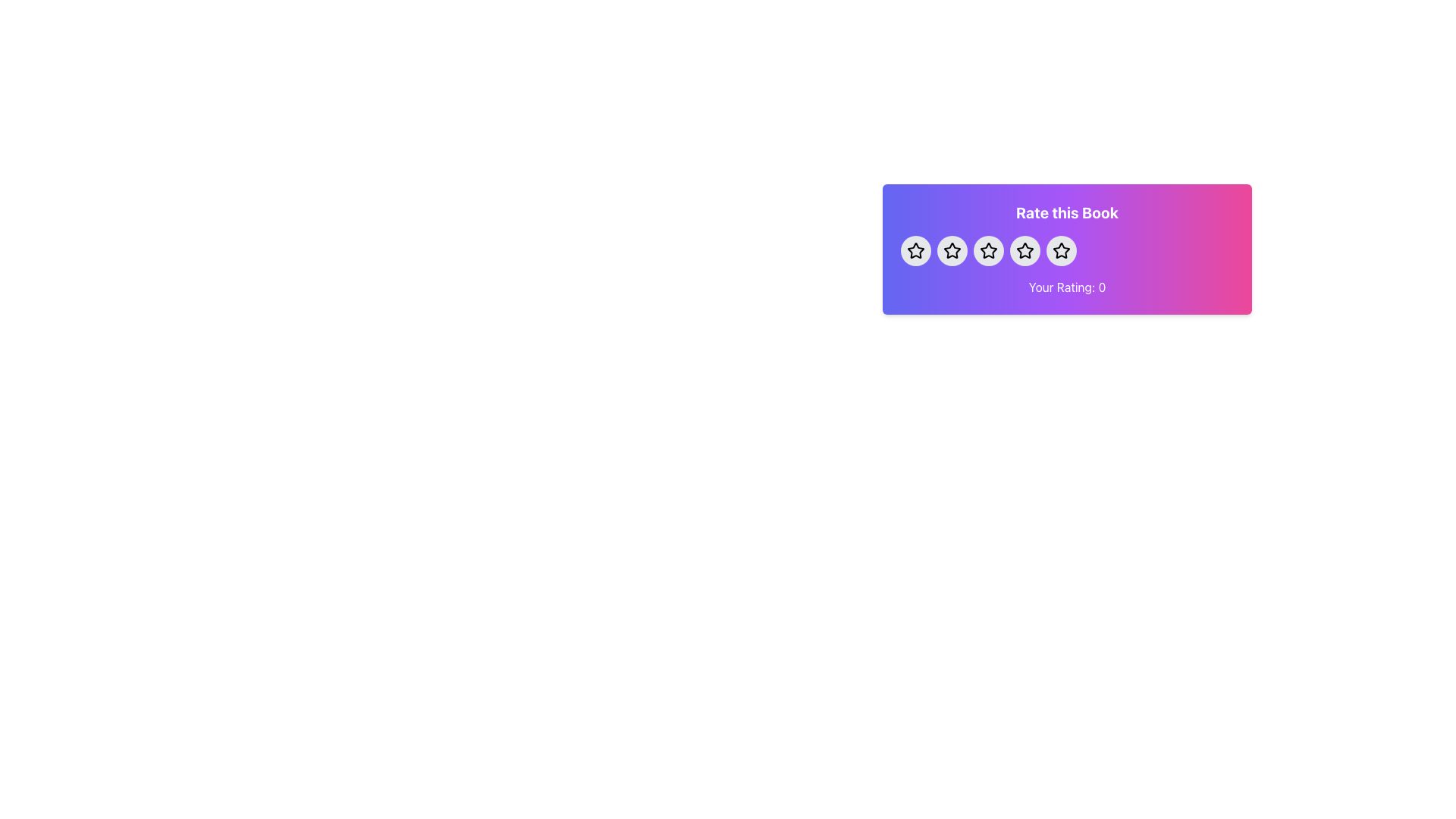 The height and width of the screenshot is (819, 1456). What do you see at coordinates (950, 249) in the screenshot?
I see `the second rating star icon, which is a filled star with a thin border, to assign a rating` at bounding box center [950, 249].